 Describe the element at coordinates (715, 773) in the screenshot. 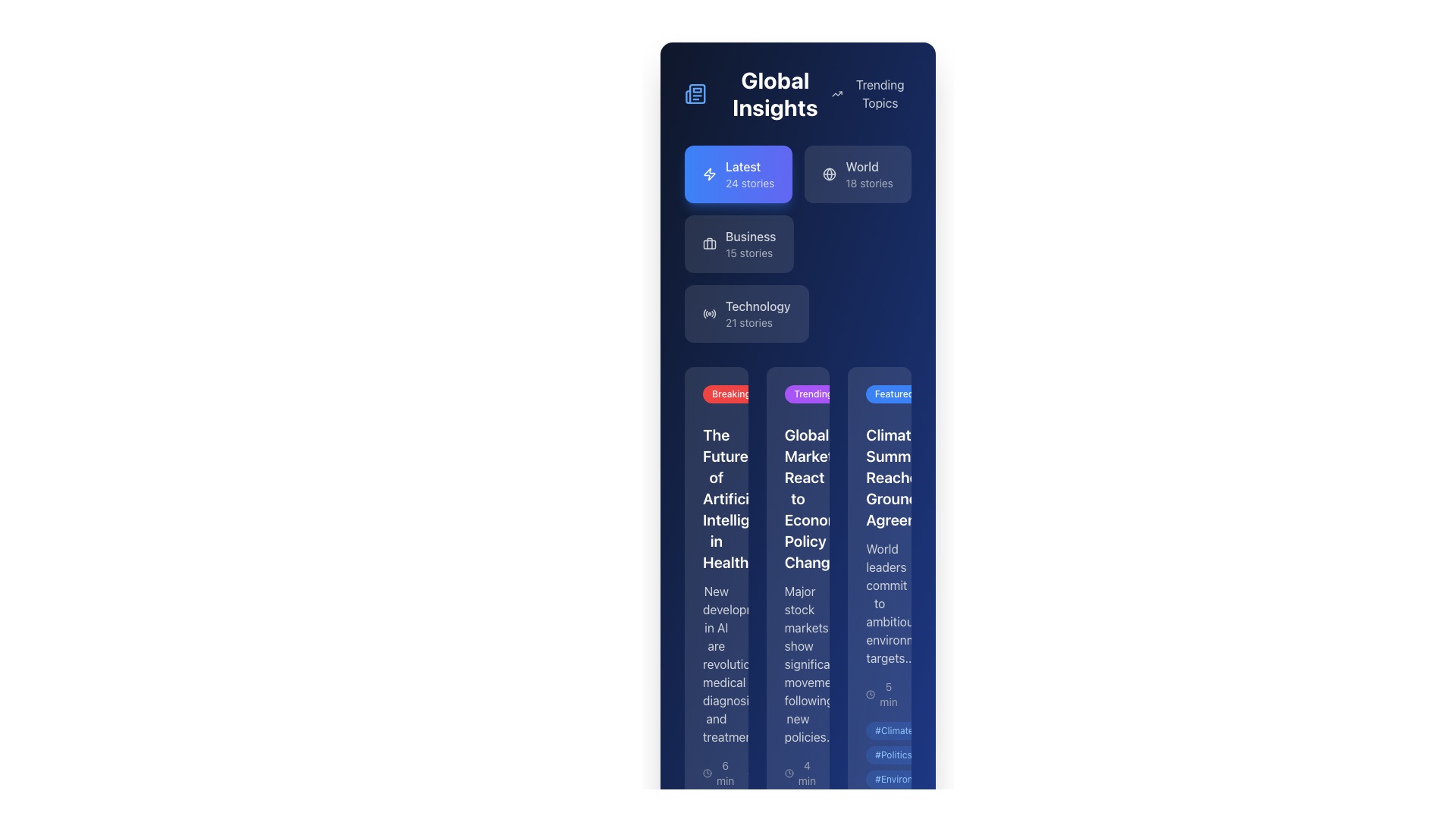

I see `the content of the Text and Icon Pair located at the bottom of the column titled 'The Future of Artificial Intelligence in Healthcare', which displays the reading time or duration` at that location.